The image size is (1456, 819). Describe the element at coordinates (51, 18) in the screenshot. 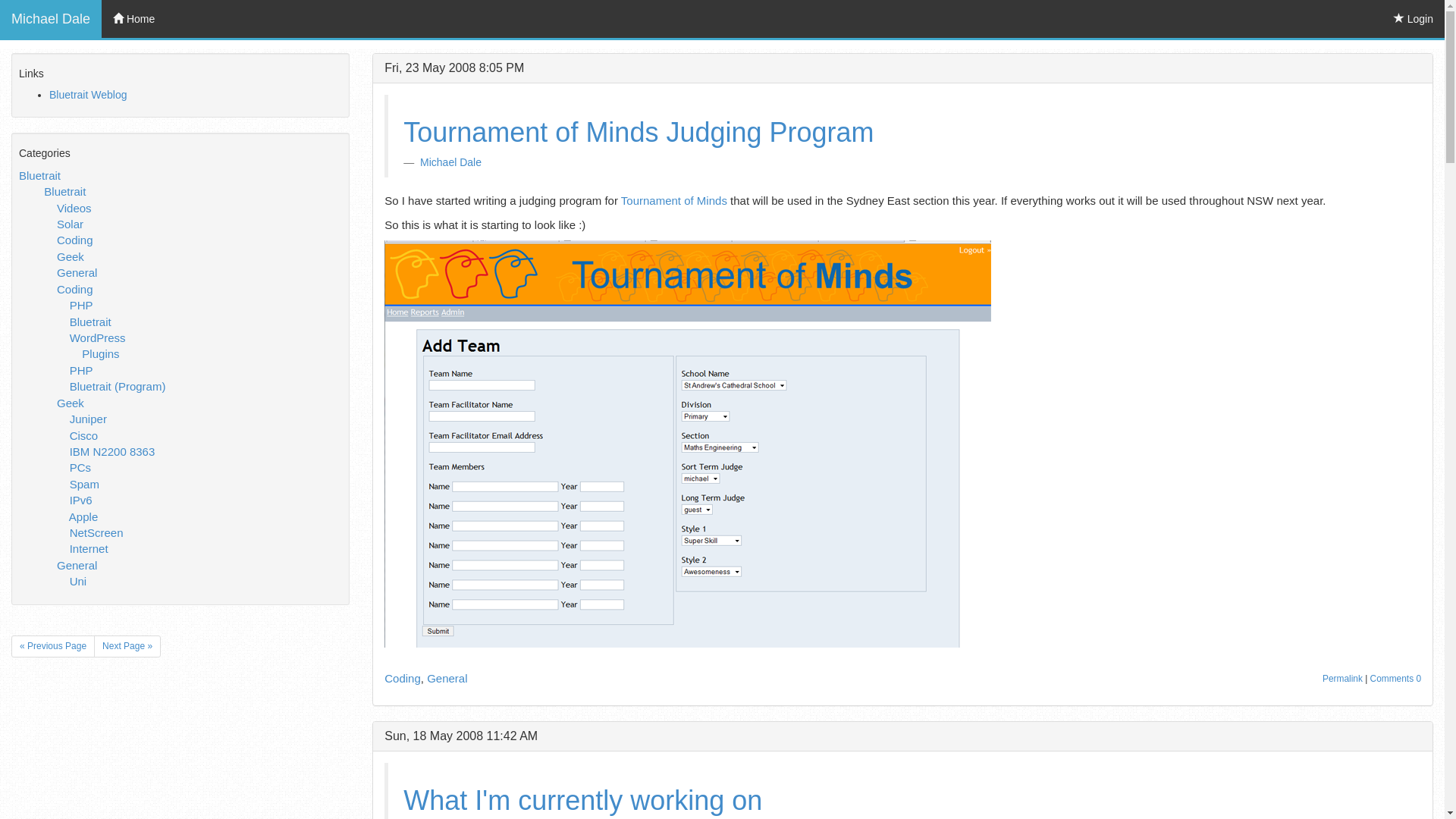

I see `'Michael Dale'` at that location.